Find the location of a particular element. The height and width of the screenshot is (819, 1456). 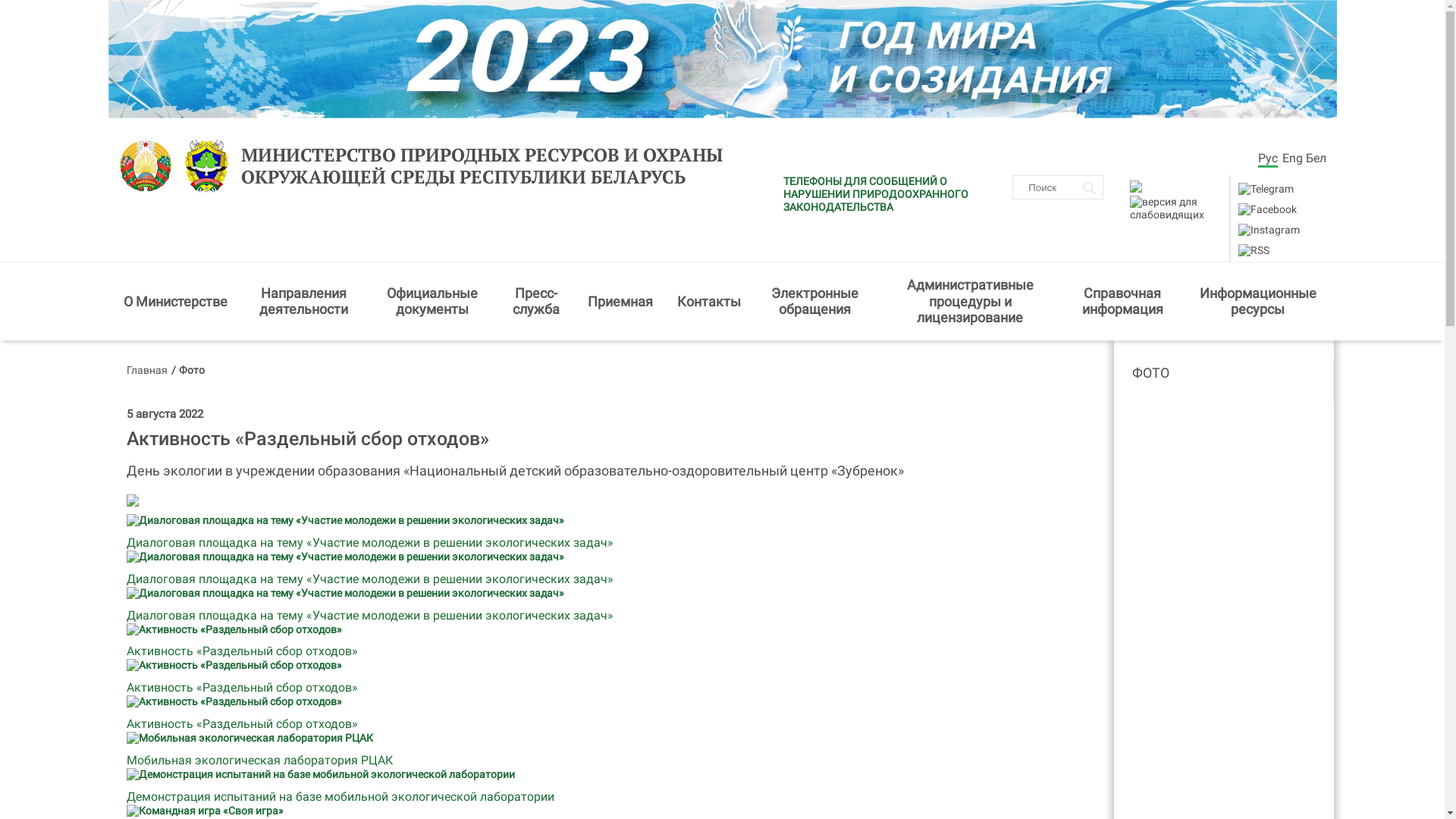

'Facebook' is located at coordinates (1267, 209).